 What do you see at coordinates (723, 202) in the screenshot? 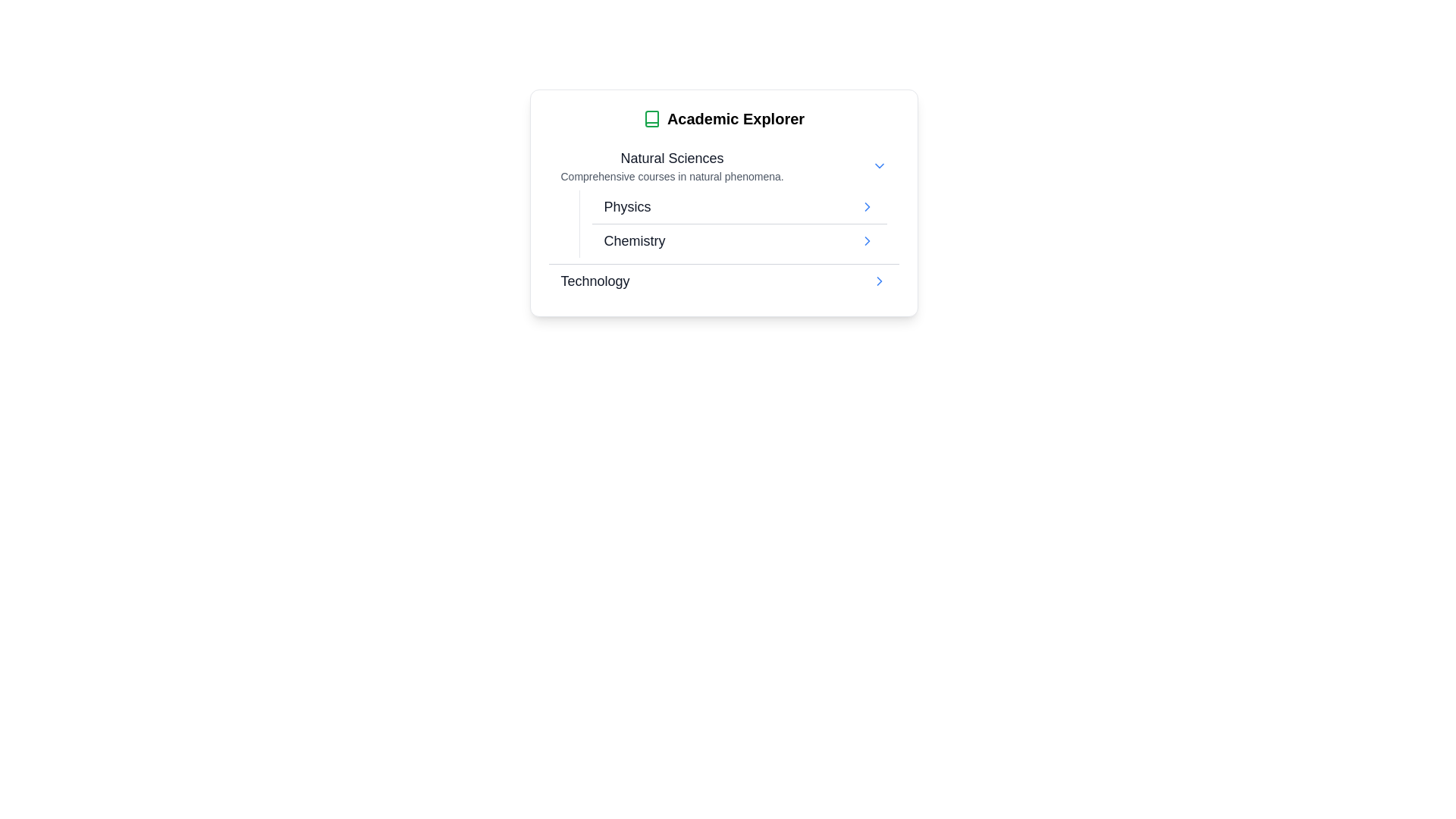
I see `the first sub-item in the 'Natural Sciences' section, which serves as a navigation link` at bounding box center [723, 202].